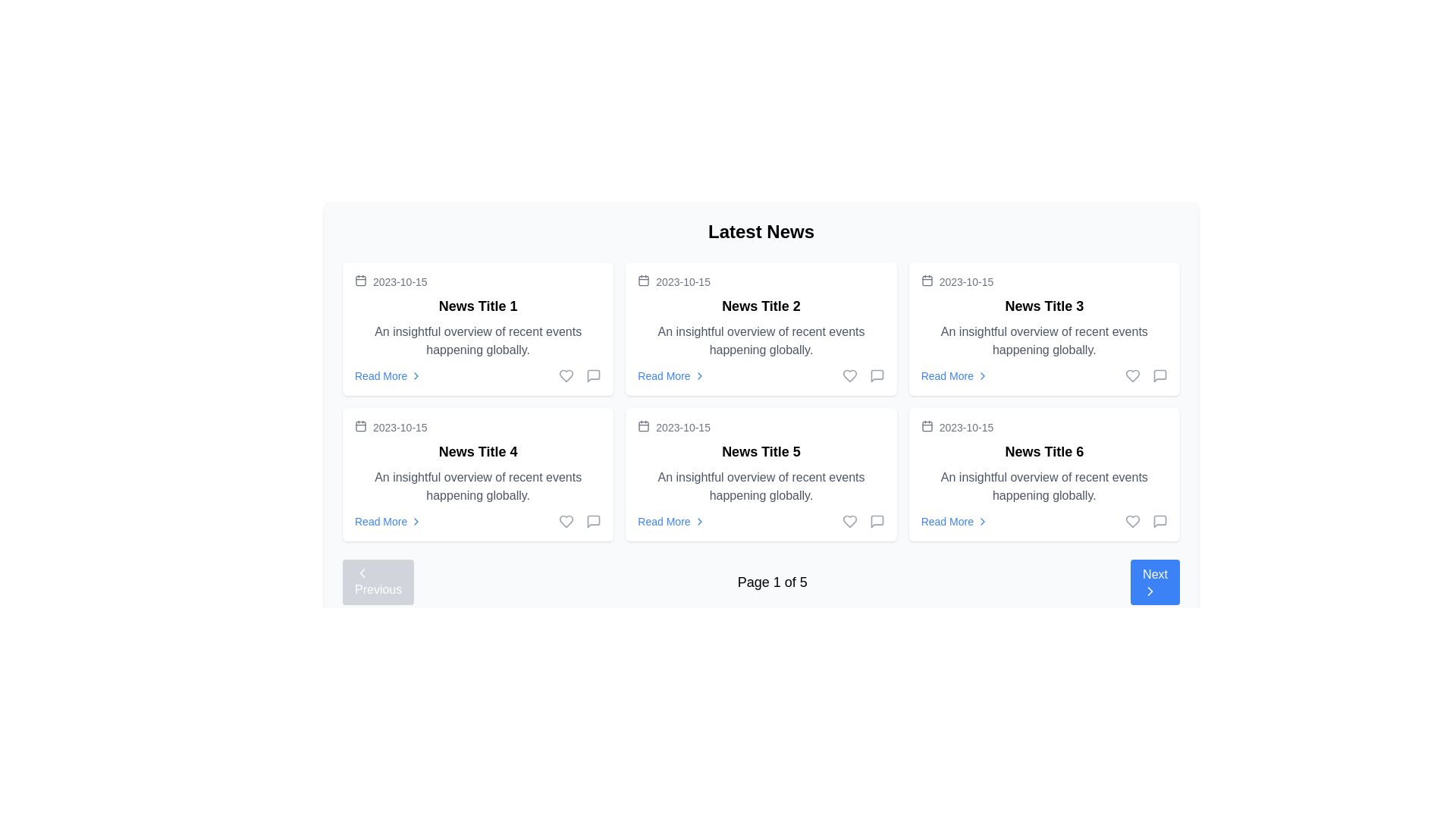  Describe the element at coordinates (381, 520) in the screenshot. I see `the Text link for 'News Title 4' located at the lower left of the news card` at that location.